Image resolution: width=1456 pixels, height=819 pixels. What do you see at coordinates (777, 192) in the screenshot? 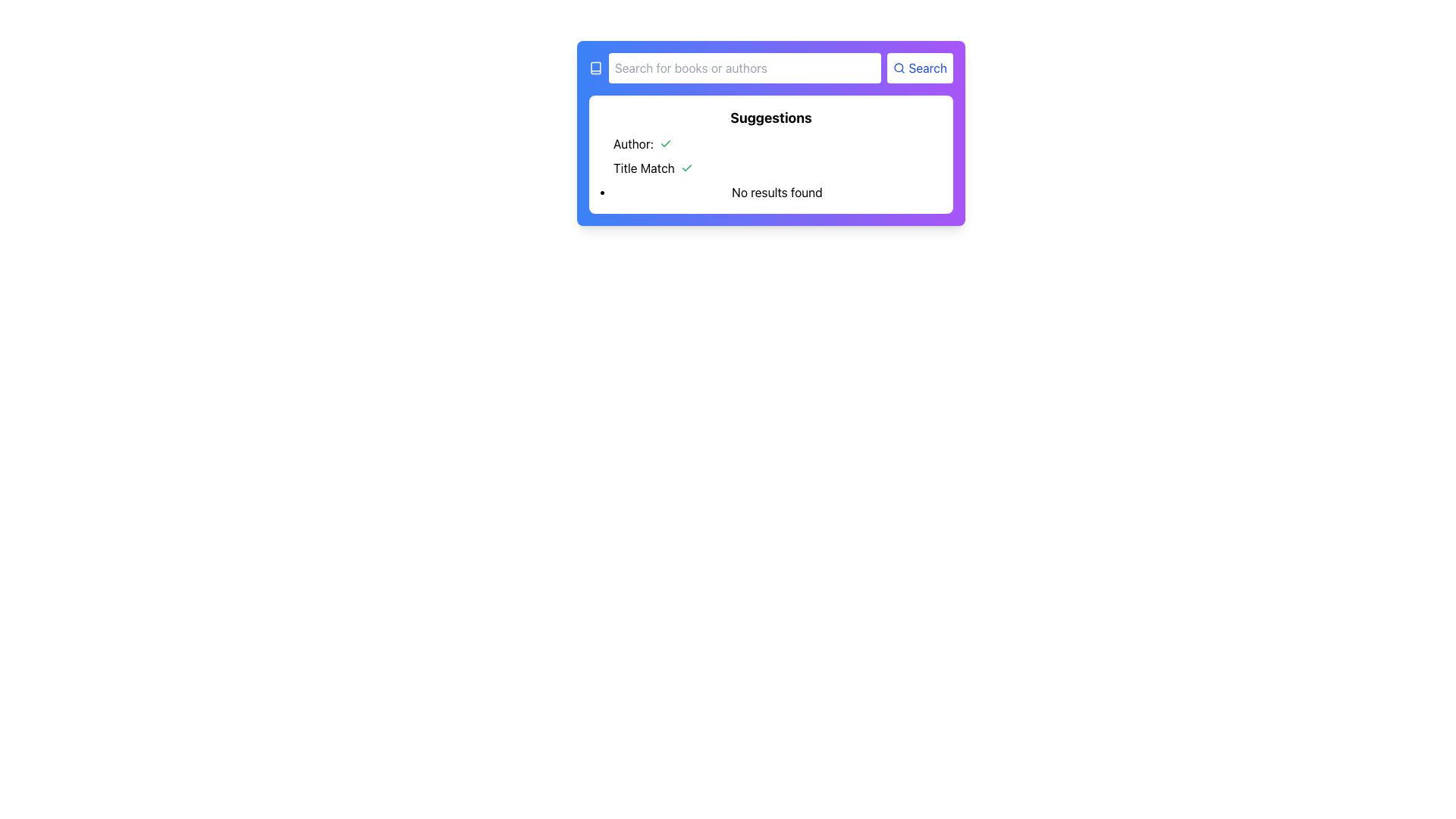
I see `the text label indicating that no relevant data was found, which is the last entry in the 'Suggestions' section` at bounding box center [777, 192].